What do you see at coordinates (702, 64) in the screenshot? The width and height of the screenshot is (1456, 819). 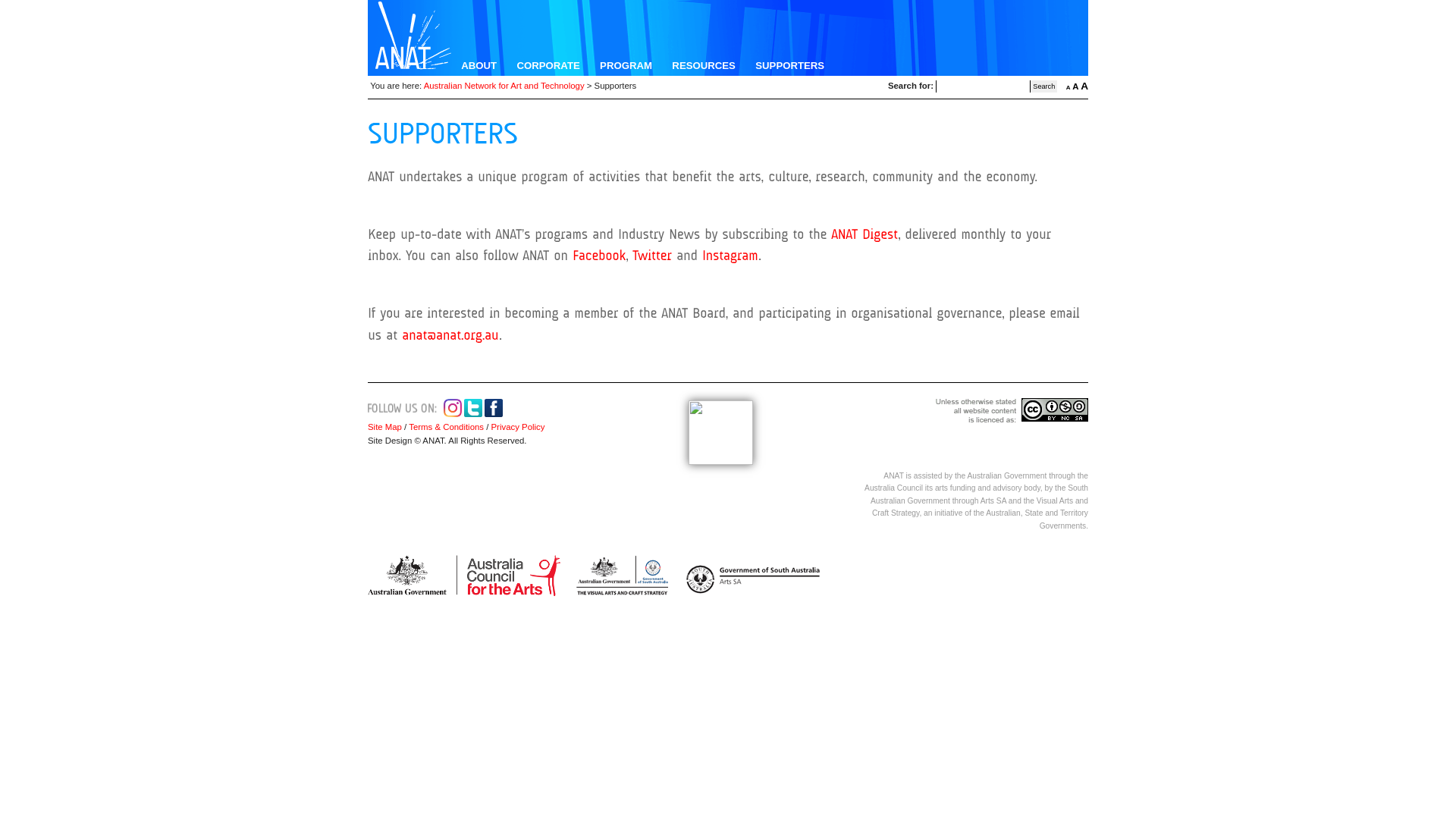 I see `'RESOURCES'` at bounding box center [702, 64].